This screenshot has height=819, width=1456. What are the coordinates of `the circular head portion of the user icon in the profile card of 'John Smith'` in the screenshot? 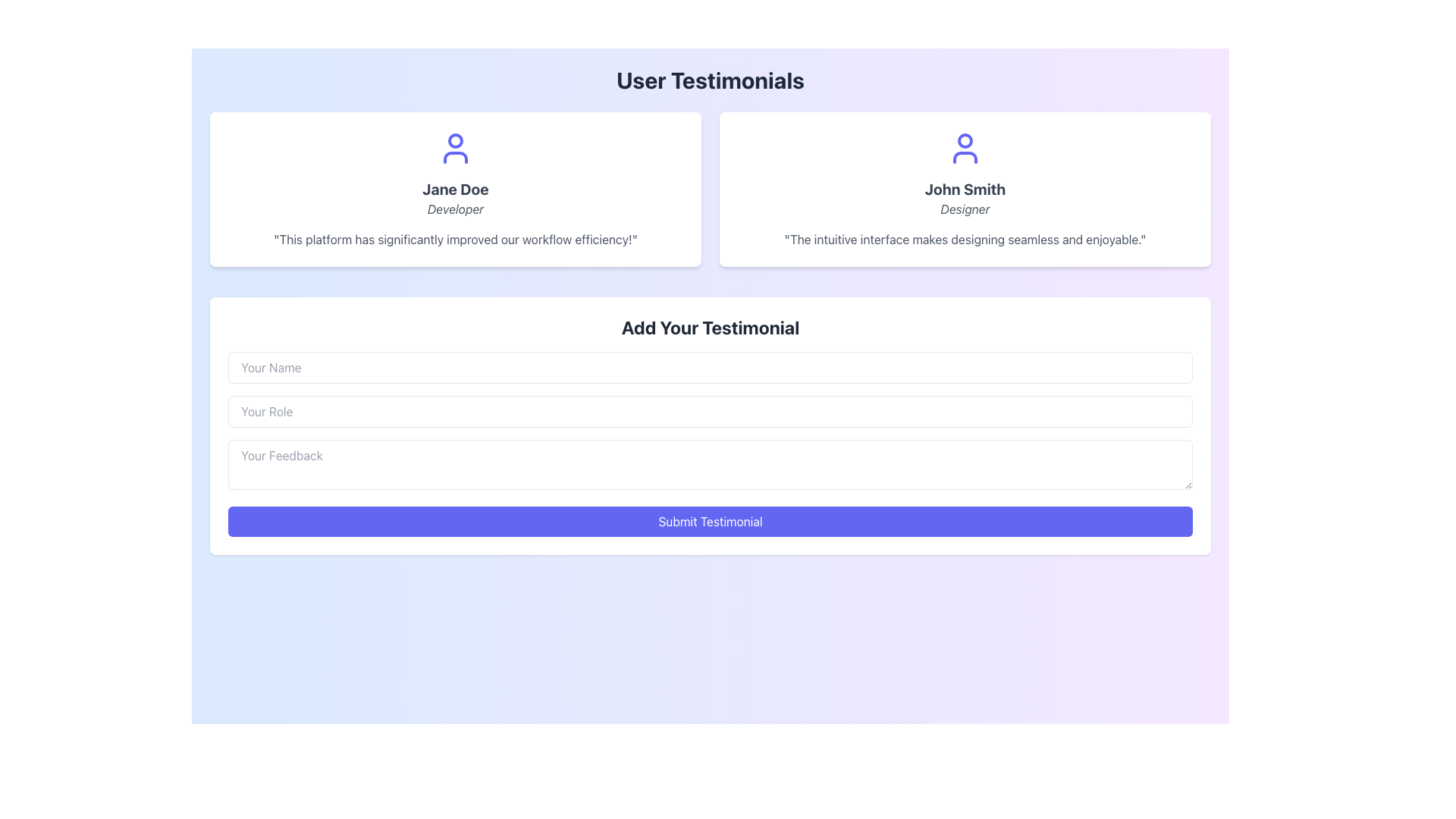 It's located at (964, 140).